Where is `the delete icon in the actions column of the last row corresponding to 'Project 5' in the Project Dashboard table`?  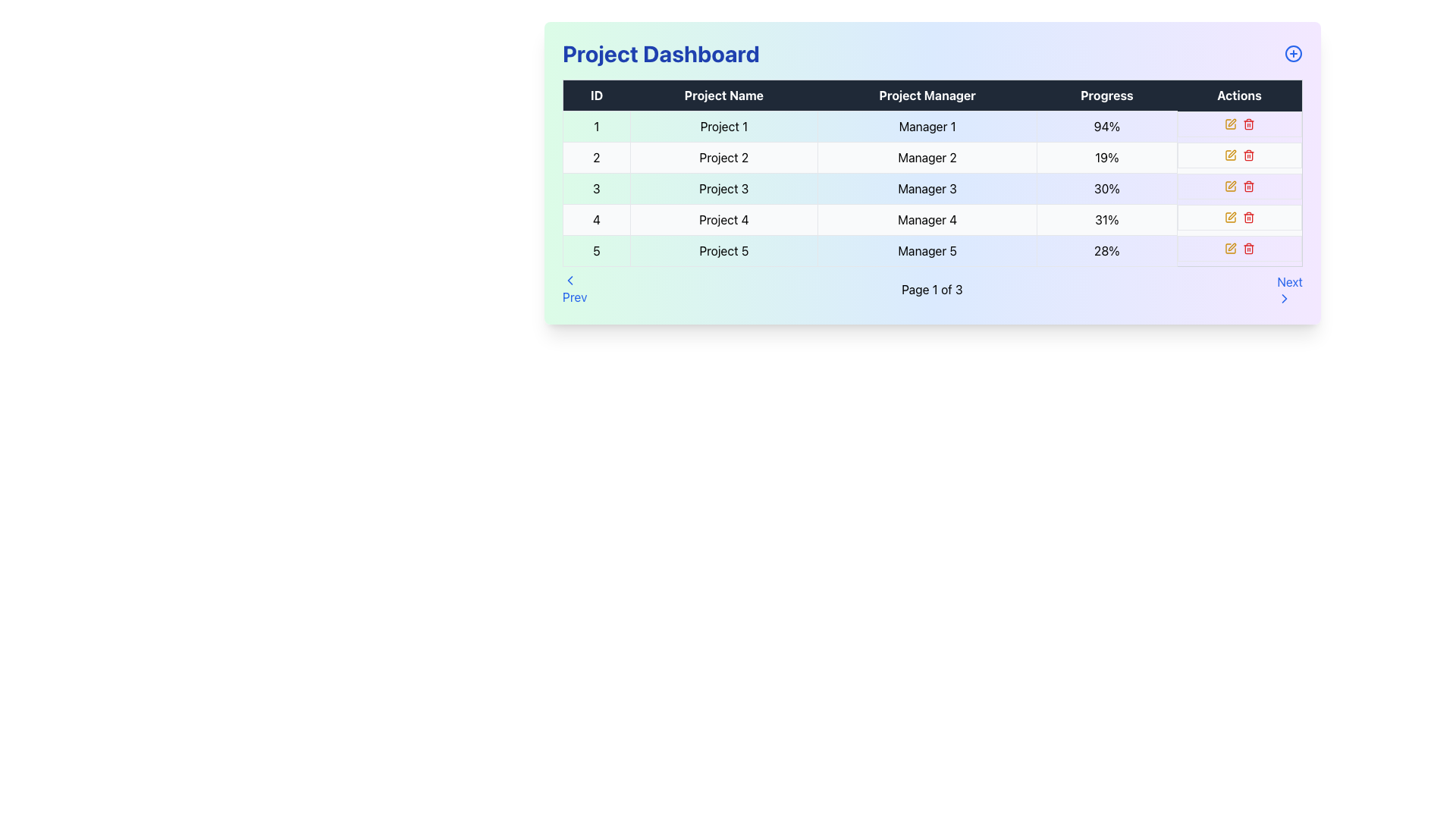 the delete icon in the actions column of the last row corresponding to 'Project 5' in the Project Dashboard table is located at coordinates (1239, 247).